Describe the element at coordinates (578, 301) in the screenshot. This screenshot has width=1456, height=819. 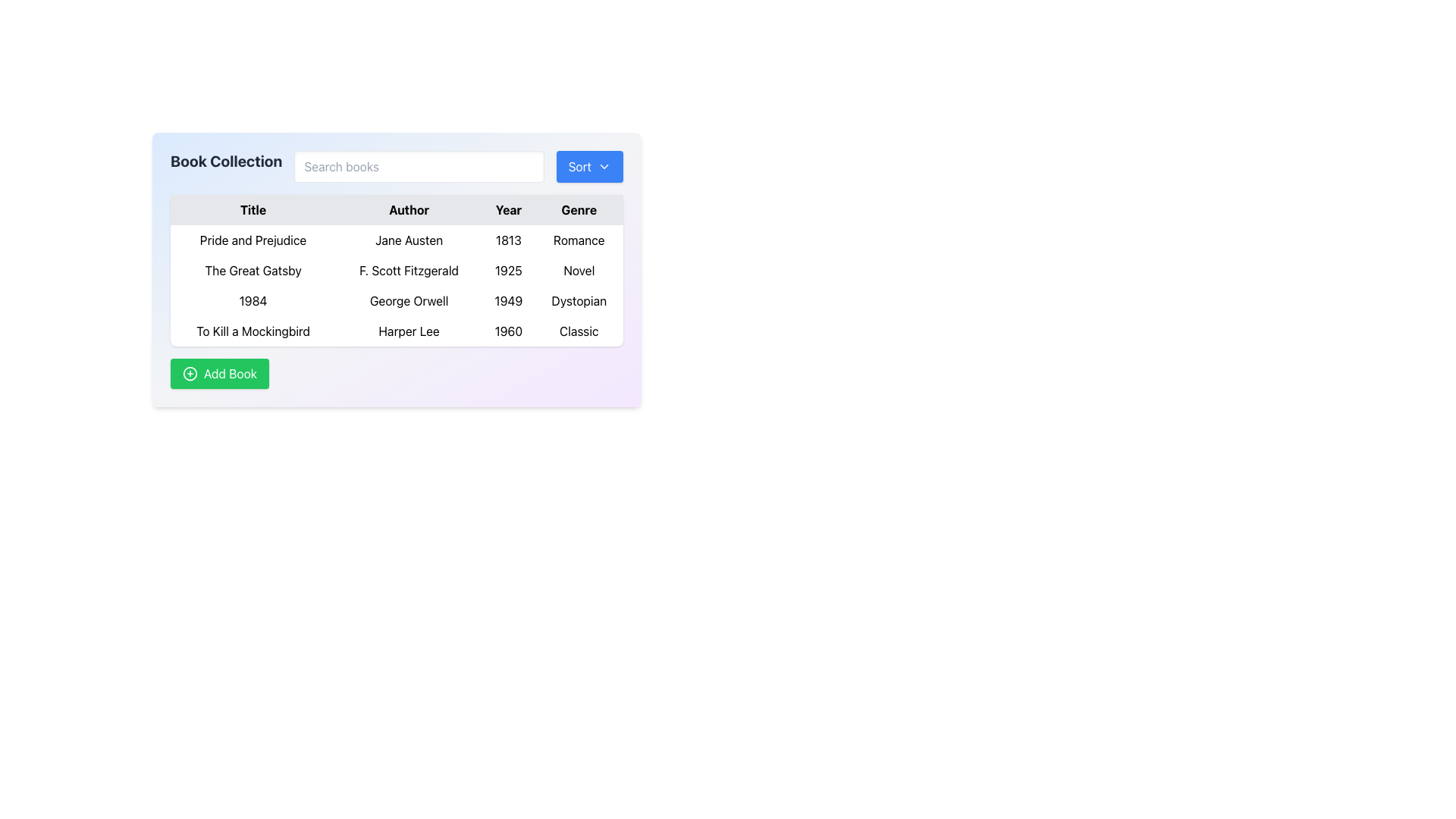
I see `the text label displaying 'Dystopian' in black font, located in the 'Genre' column for the book '1984' by George Orwell` at that location.